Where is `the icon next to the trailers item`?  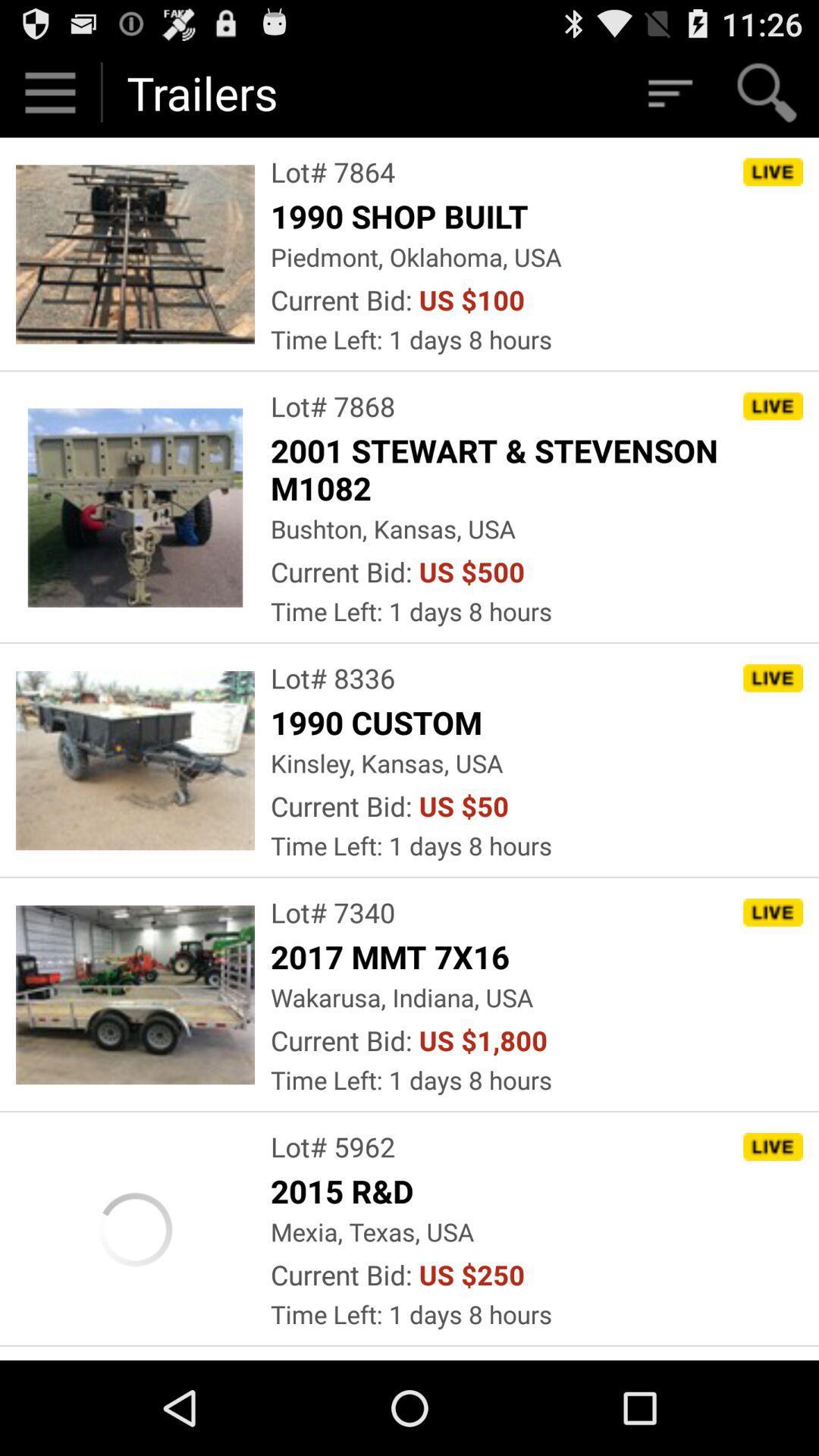
the icon next to the trailers item is located at coordinates (668, 92).